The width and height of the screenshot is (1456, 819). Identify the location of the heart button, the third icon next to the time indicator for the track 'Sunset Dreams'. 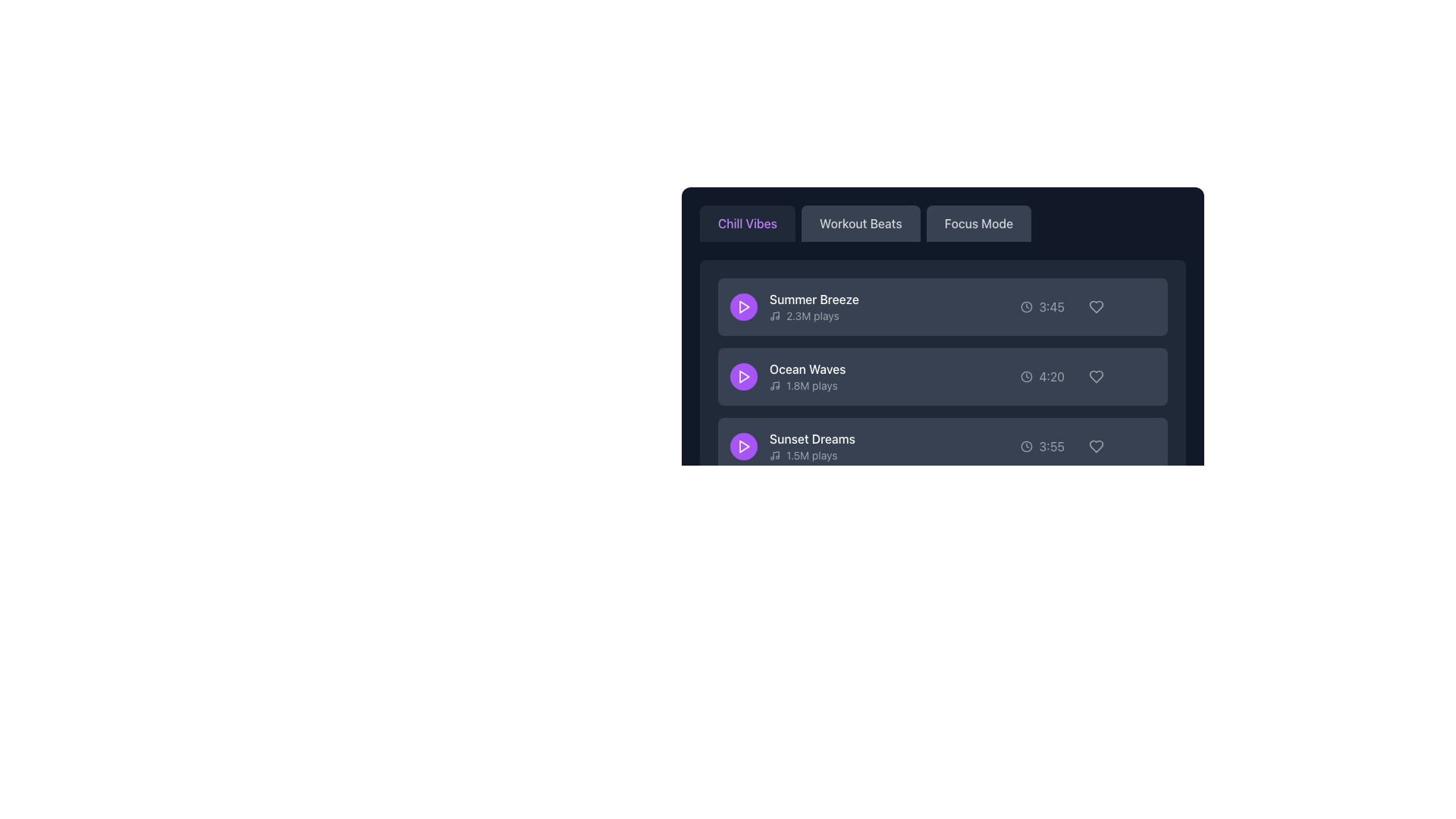
(1096, 446).